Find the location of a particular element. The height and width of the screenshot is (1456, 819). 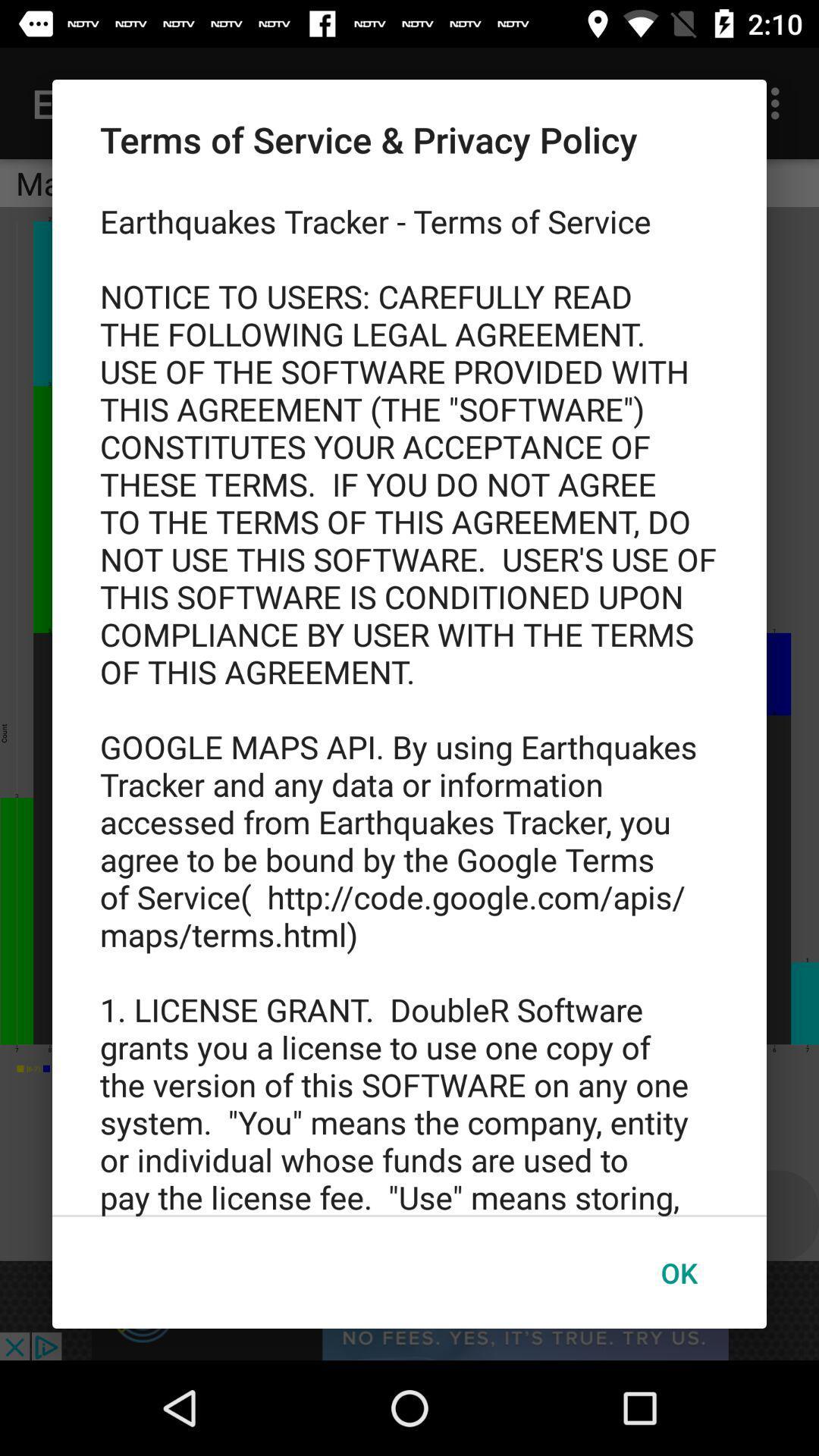

icon at the bottom right corner is located at coordinates (678, 1272).